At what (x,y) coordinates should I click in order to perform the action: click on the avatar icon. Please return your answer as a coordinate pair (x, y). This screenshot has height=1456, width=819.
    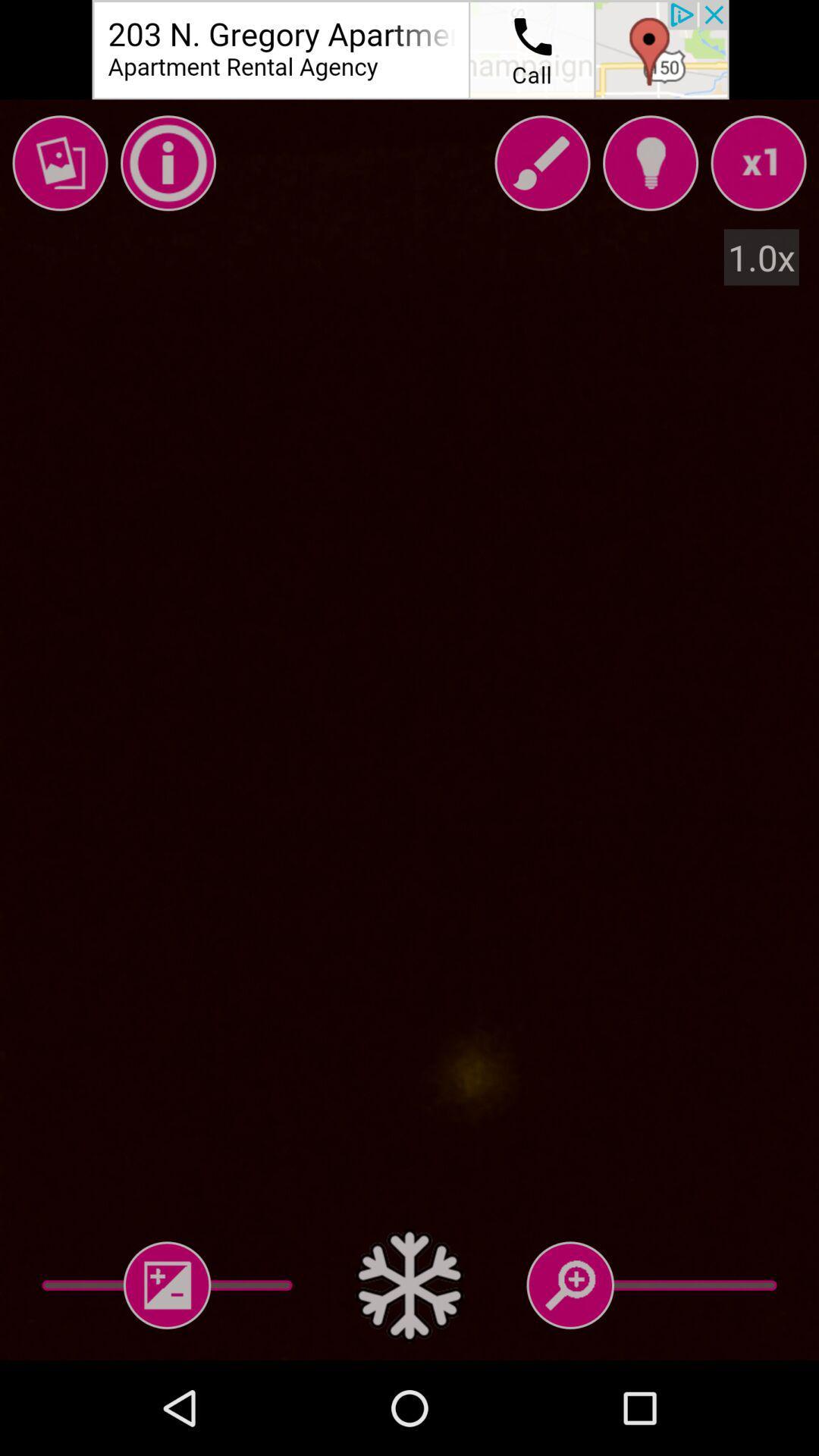
    Looking at the image, I should click on (649, 163).